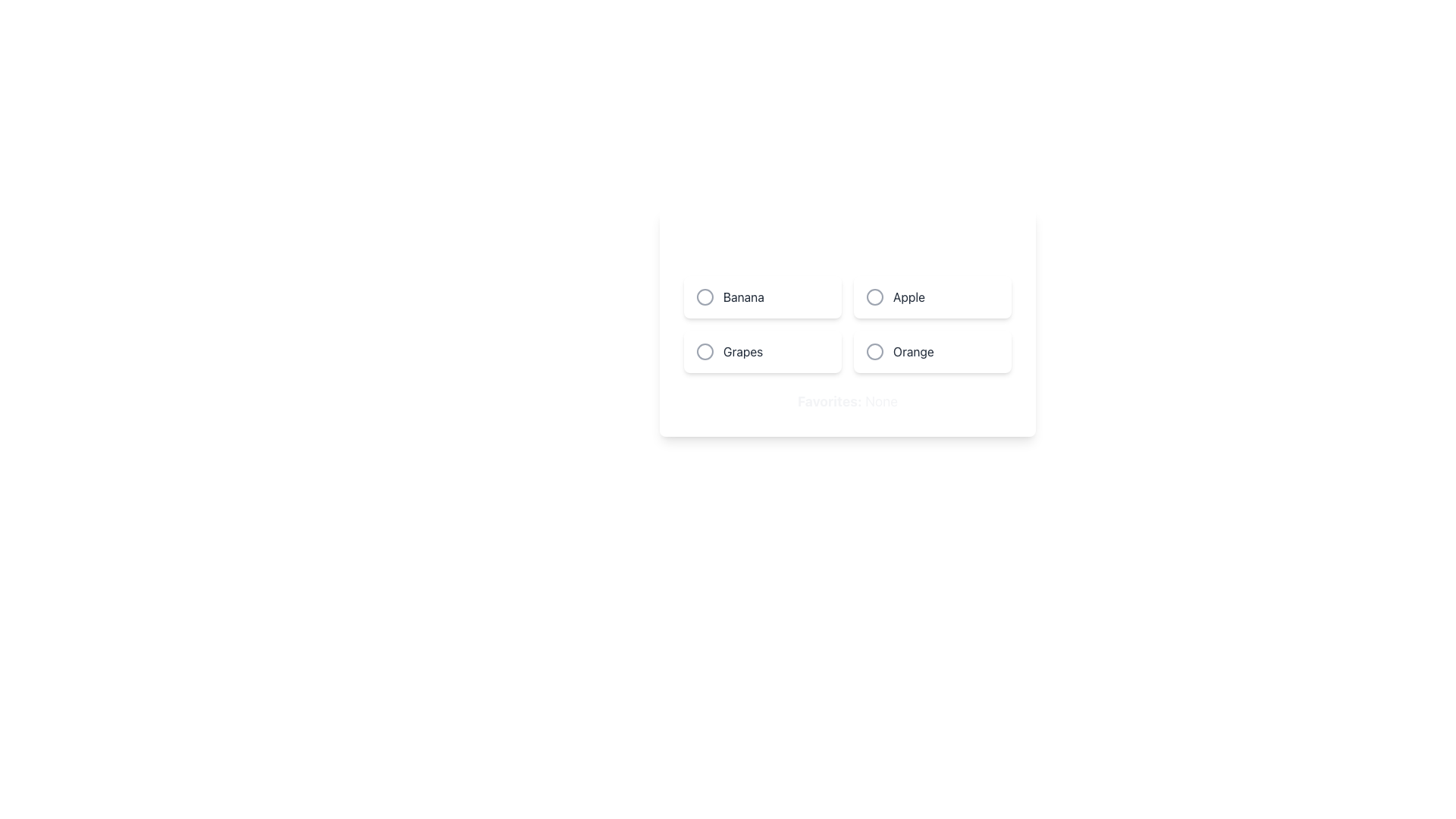  I want to click on the Radio button indicator for 'Orange', so click(874, 351).